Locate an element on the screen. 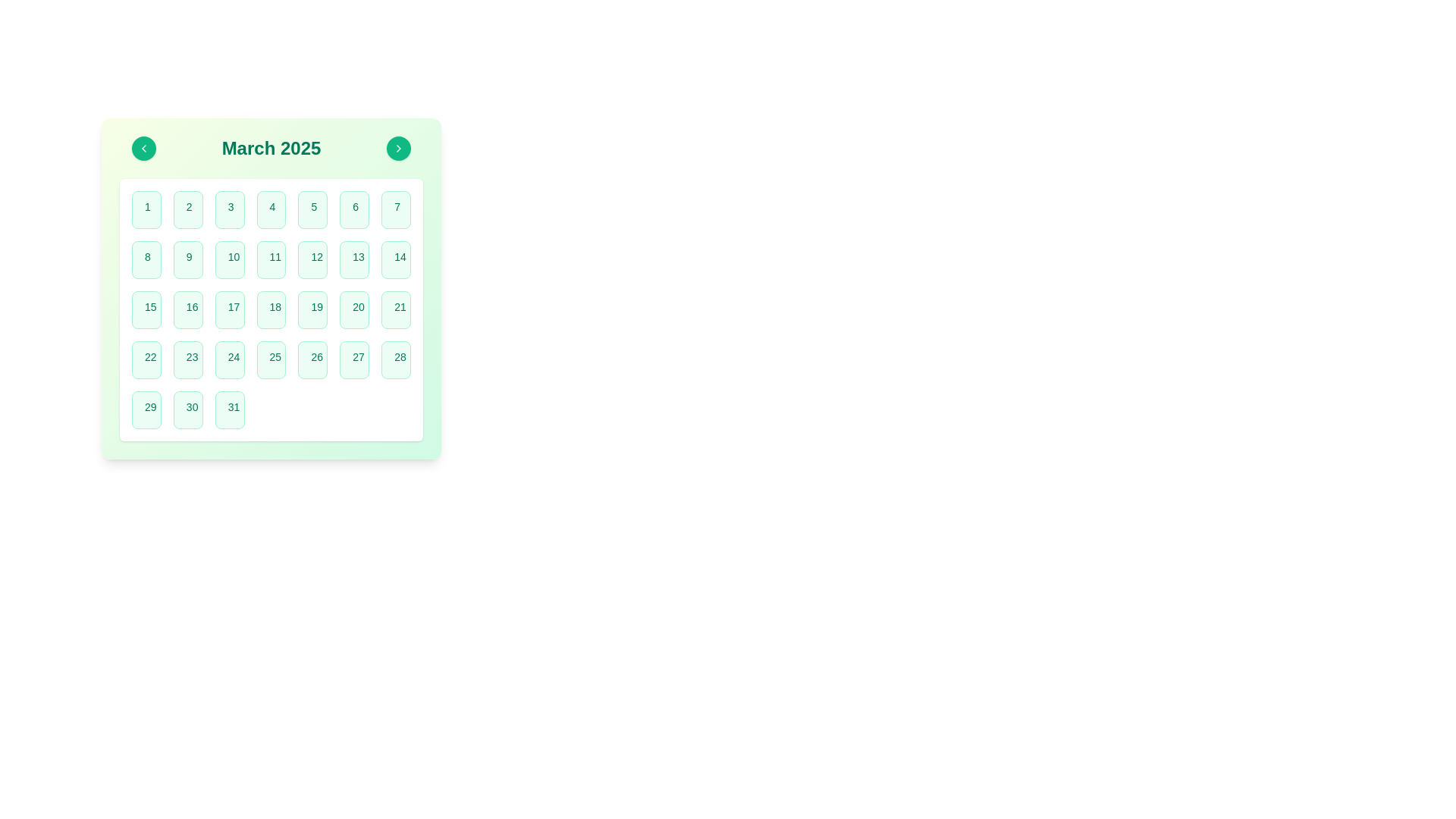 The width and height of the screenshot is (1456, 819). the small, green-colored text displaying the number '6' in the calendar date box for March 2025 is located at coordinates (355, 207).